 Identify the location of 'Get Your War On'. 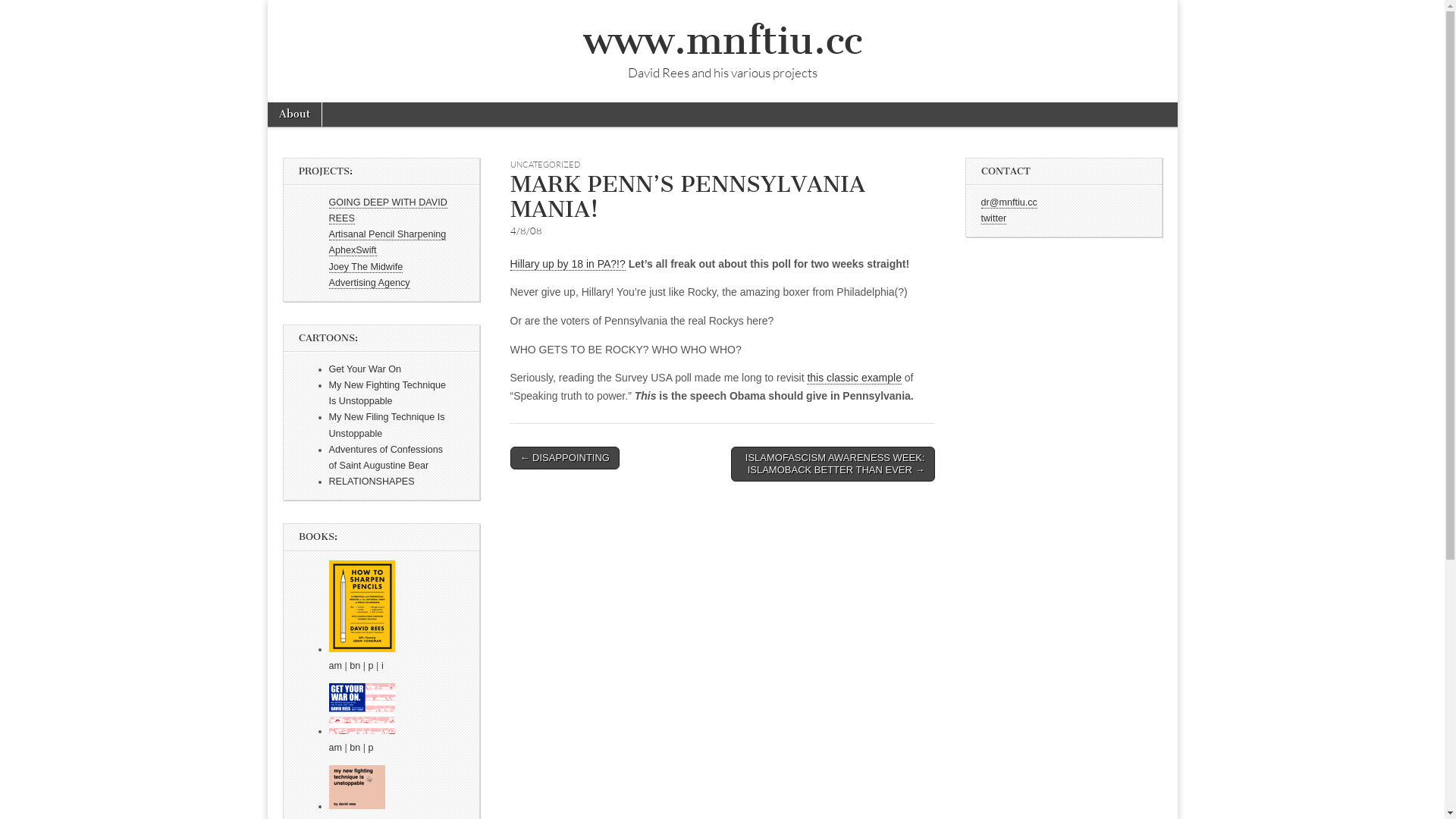
(365, 369).